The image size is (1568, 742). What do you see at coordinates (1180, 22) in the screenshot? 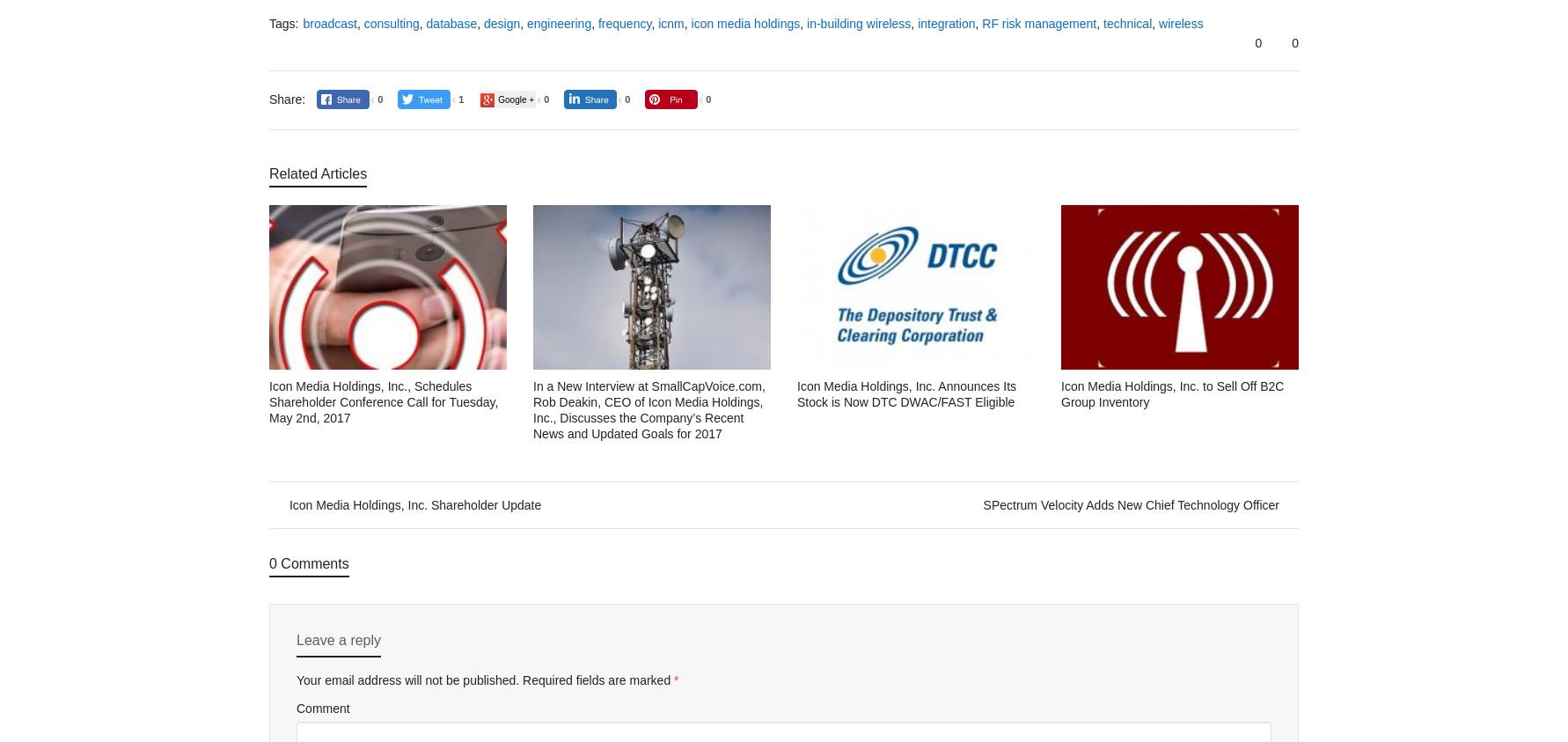
I see `'wireless'` at bounding box center [1180, 22].